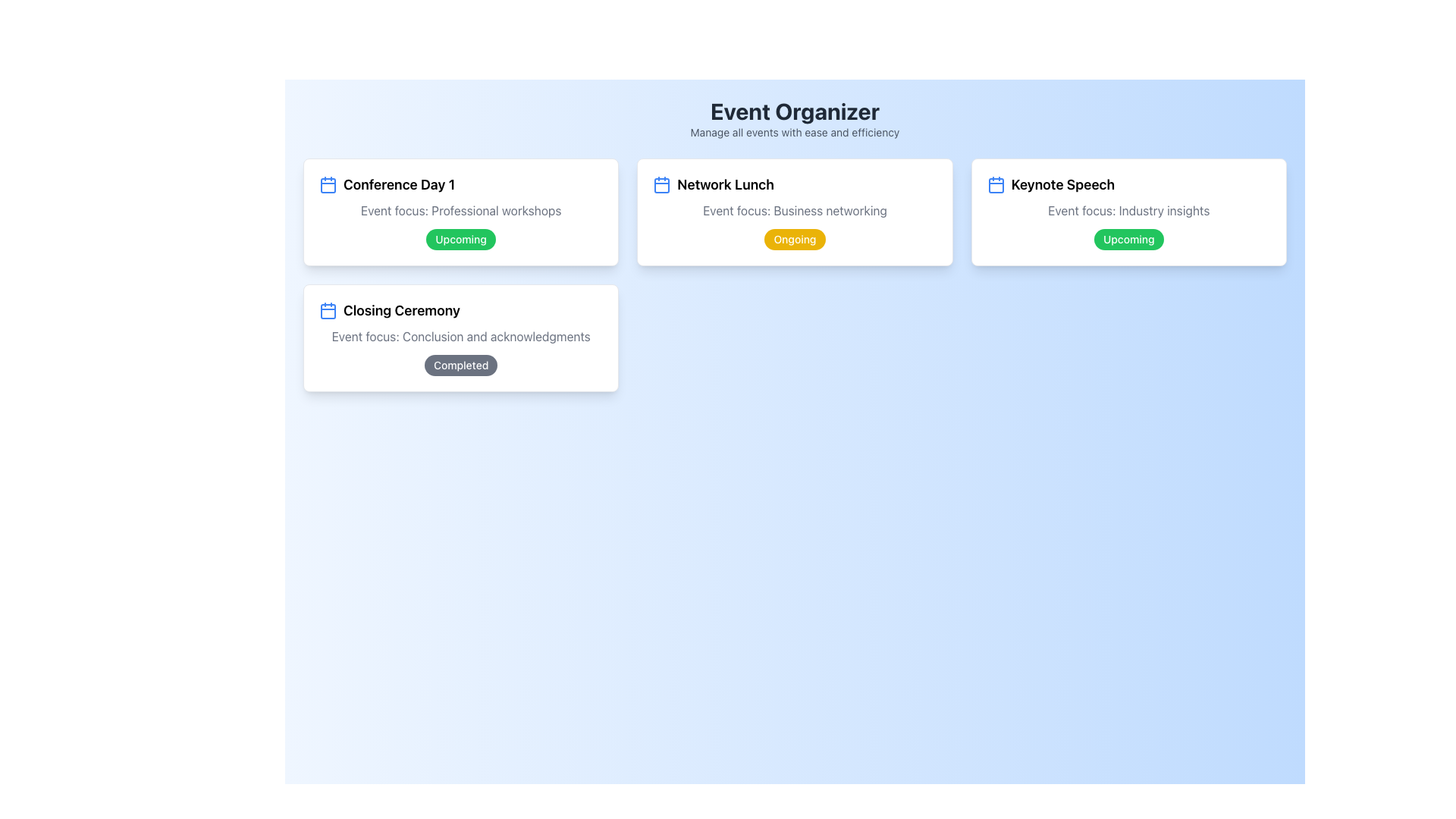 The width and height of the screenshot is (1456, 819). What do you see at coordinates (1062, 184) in the screenshot?
I see `the text label that serves as the title or heading for the event described within the card, positioned to the right of the calendar icon in the third column of the grid layout` at bounding box center [1062, 184].